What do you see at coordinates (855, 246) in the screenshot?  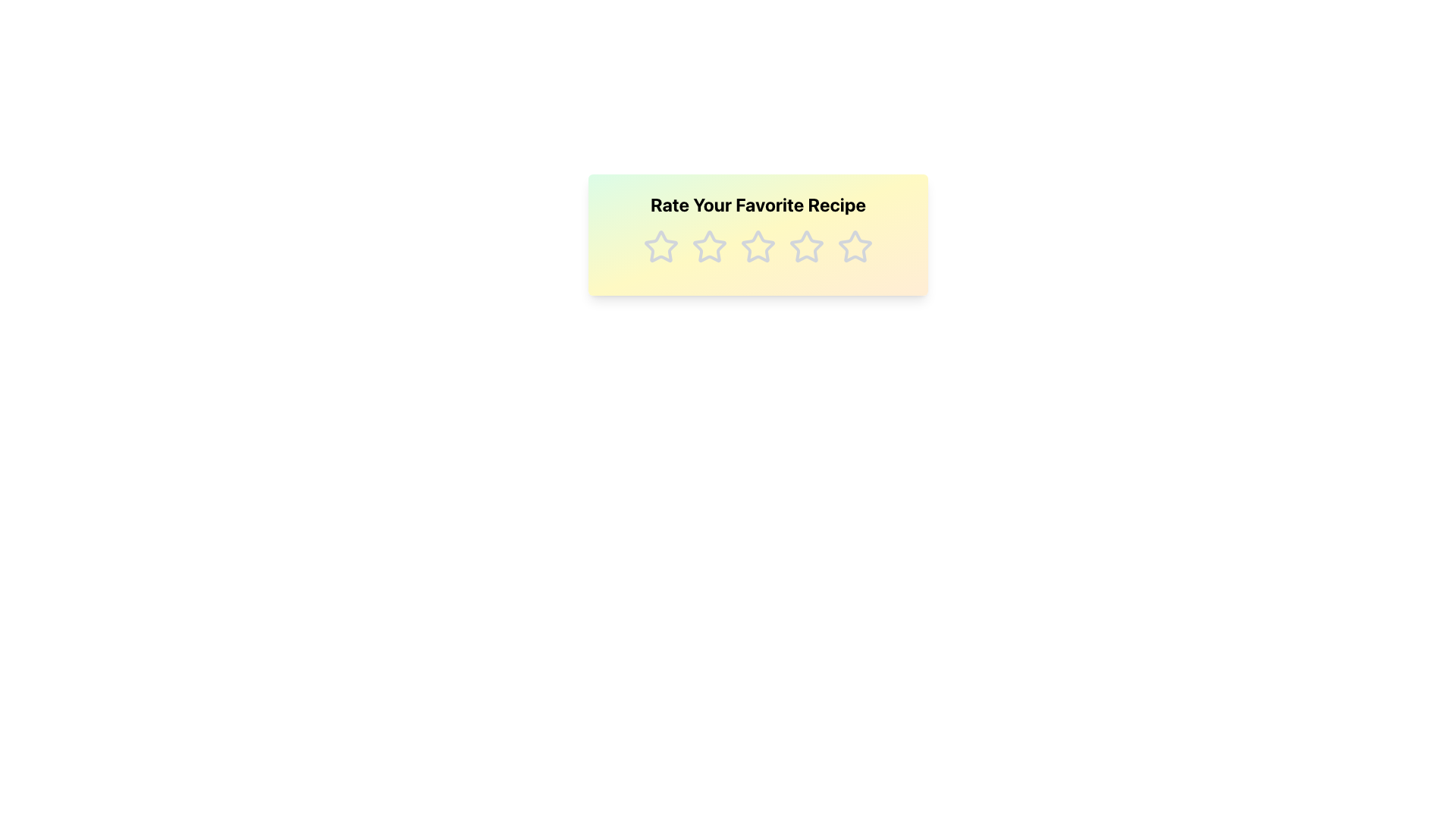 I see `the fifth star-shaped icon in the rating row` at bounding box center [855, 246].